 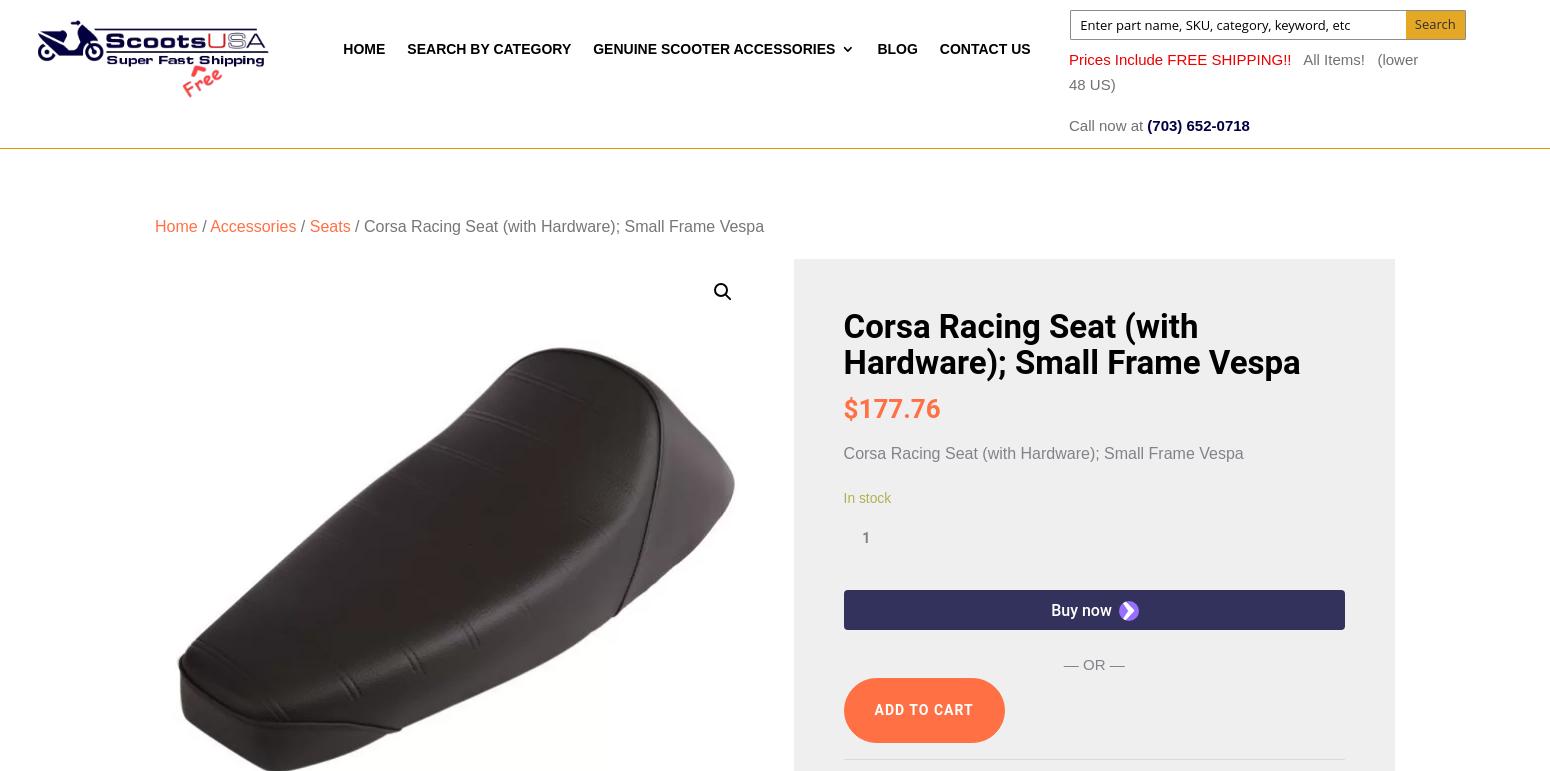 I want to click on 'Stock Genuine Scooter Parts', so click(x=680, y=540).